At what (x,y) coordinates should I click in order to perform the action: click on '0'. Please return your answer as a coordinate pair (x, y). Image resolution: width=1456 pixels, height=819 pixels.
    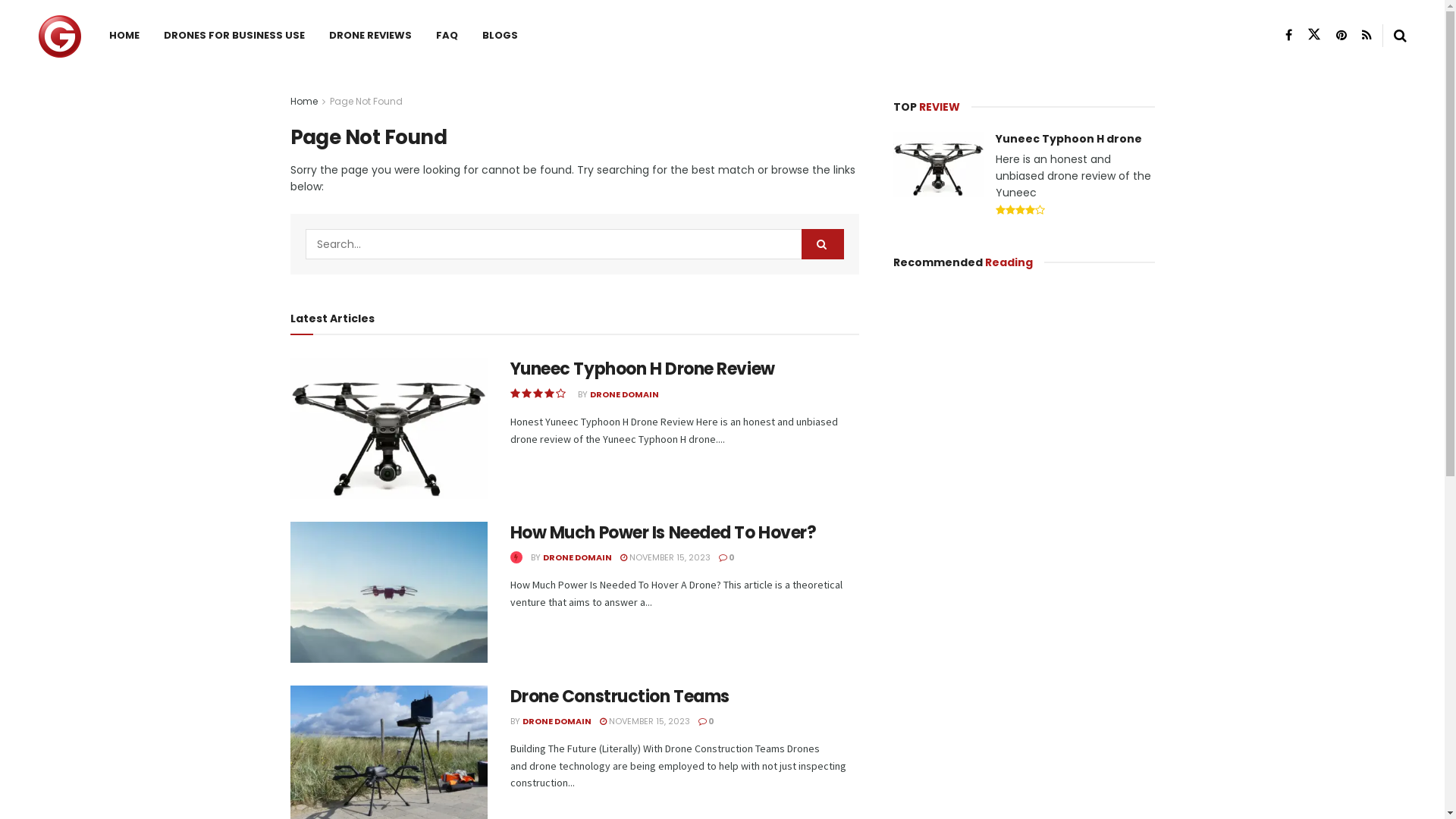
    Looking at the image, I should click on (726, 557).